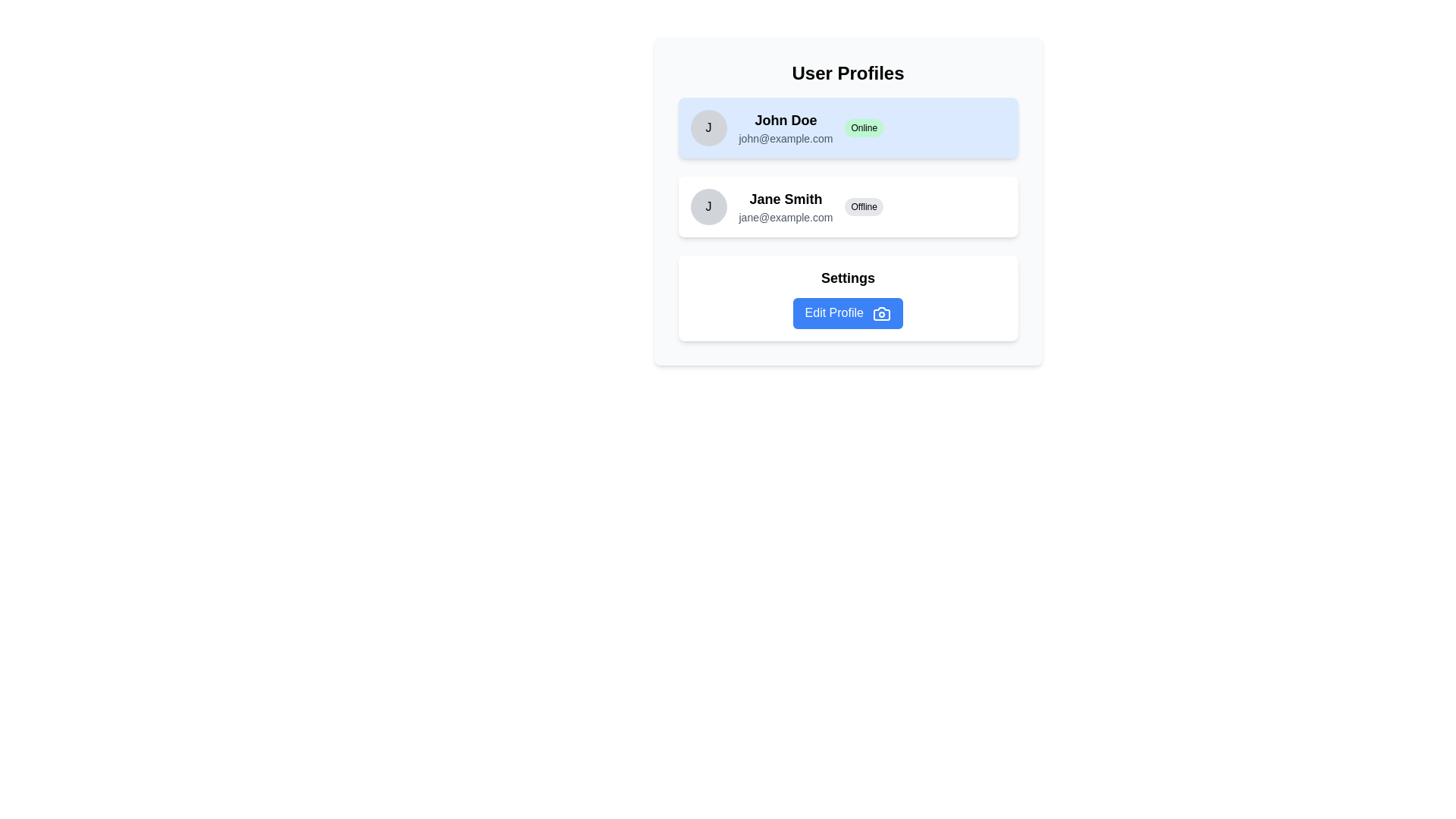 This screenshot has width=1456, height=819. What do you see at coordinates (786, 127) in the screenshot?
I see `the text label containing the user's name and email, which is positioned beneath the circular avatar with the letter 'J' and to the left of the 'Online' badge, serving as the primary identifier for the first user in the list` at bounding box center [786, 127].